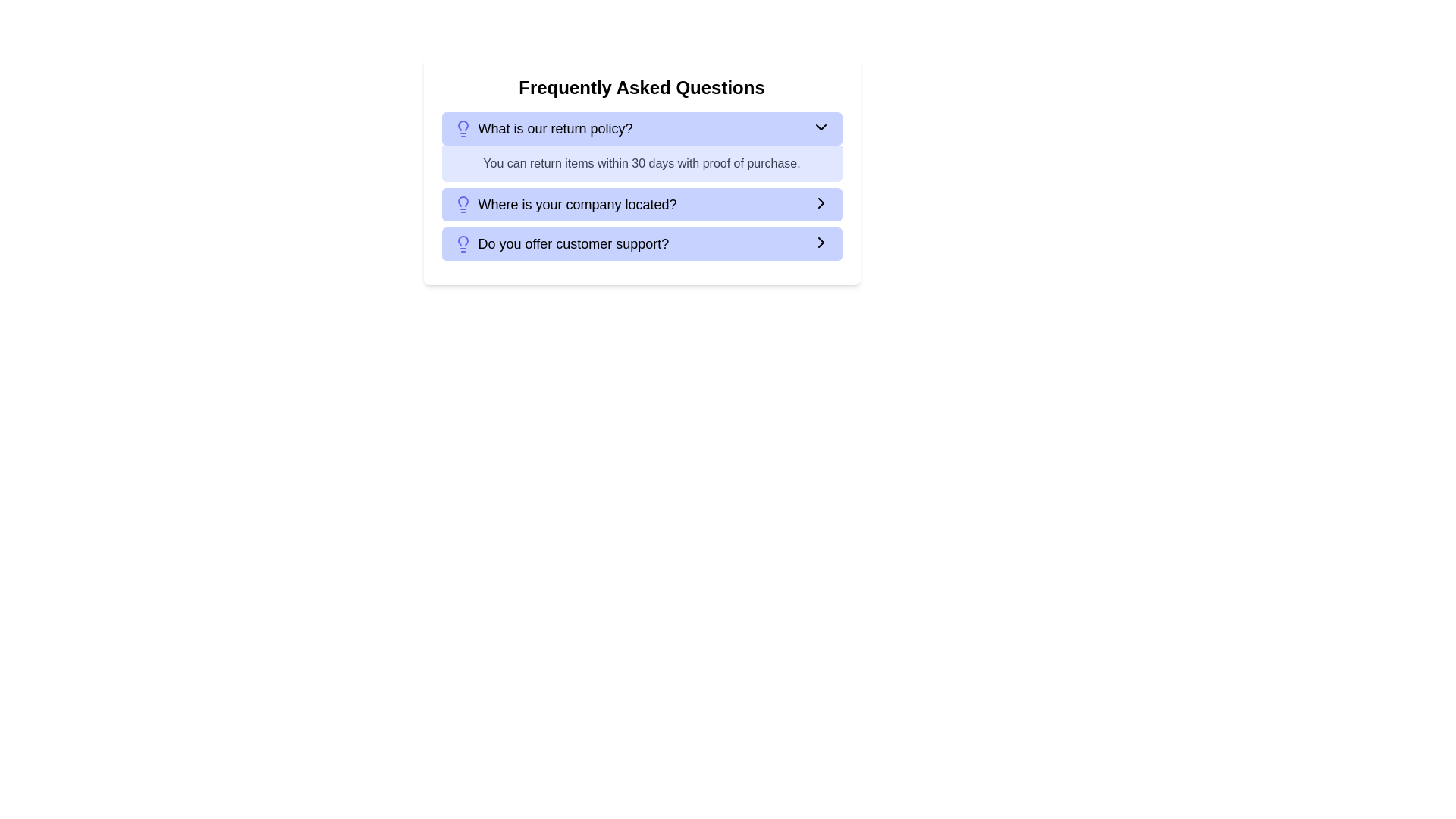 The width and height of the screenshot is (1456, 819). What do you see at coordinates (642, 164) in the screenshot?
I see `the static text element that provides supplementary information related to the question 'What is our return policy?', located directly below the header` at bounding box center [642, 164].